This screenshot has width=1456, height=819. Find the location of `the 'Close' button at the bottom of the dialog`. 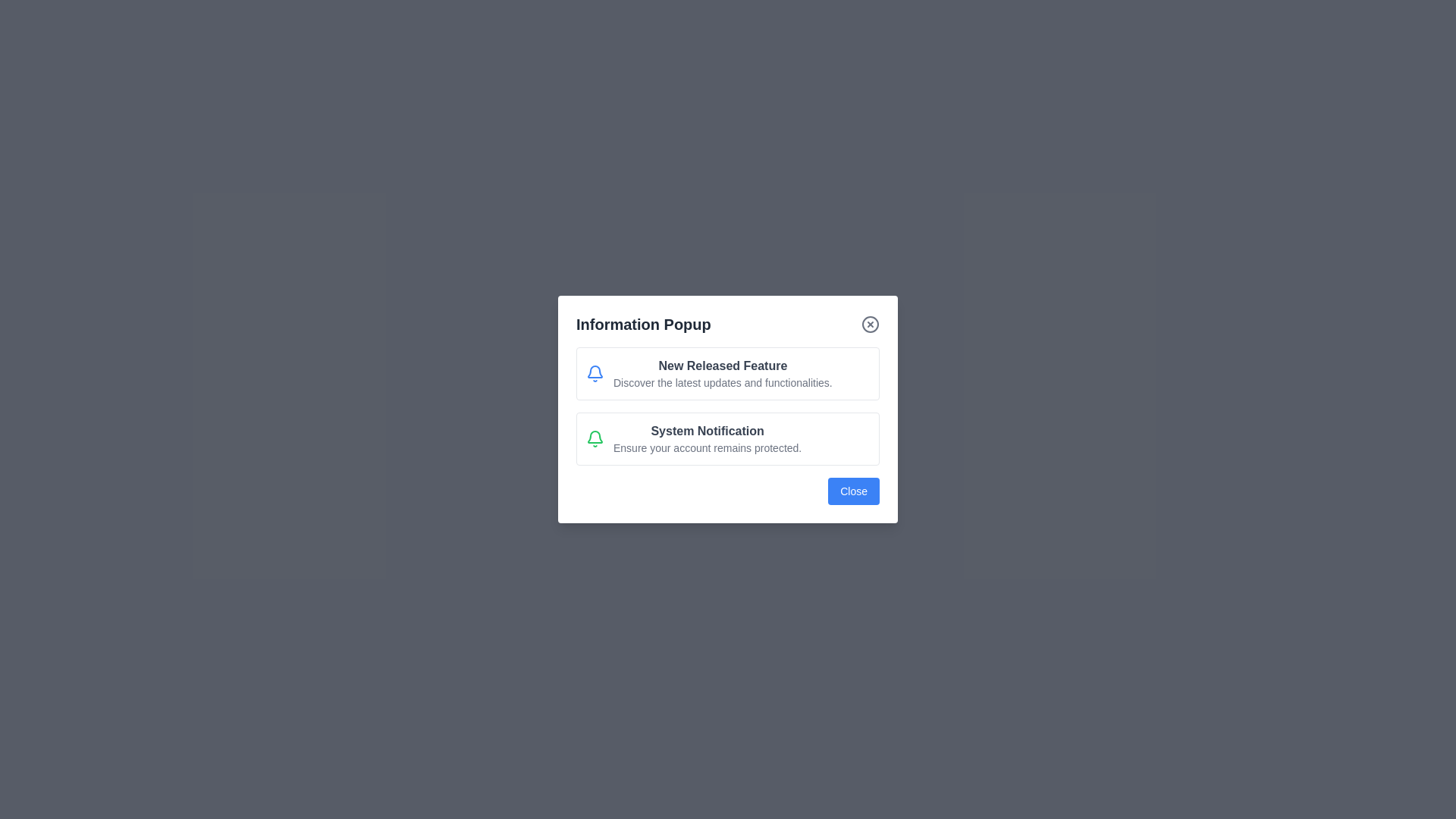

the 'Close' button at the bottom of the dialog is located at coordinates (854, 491).